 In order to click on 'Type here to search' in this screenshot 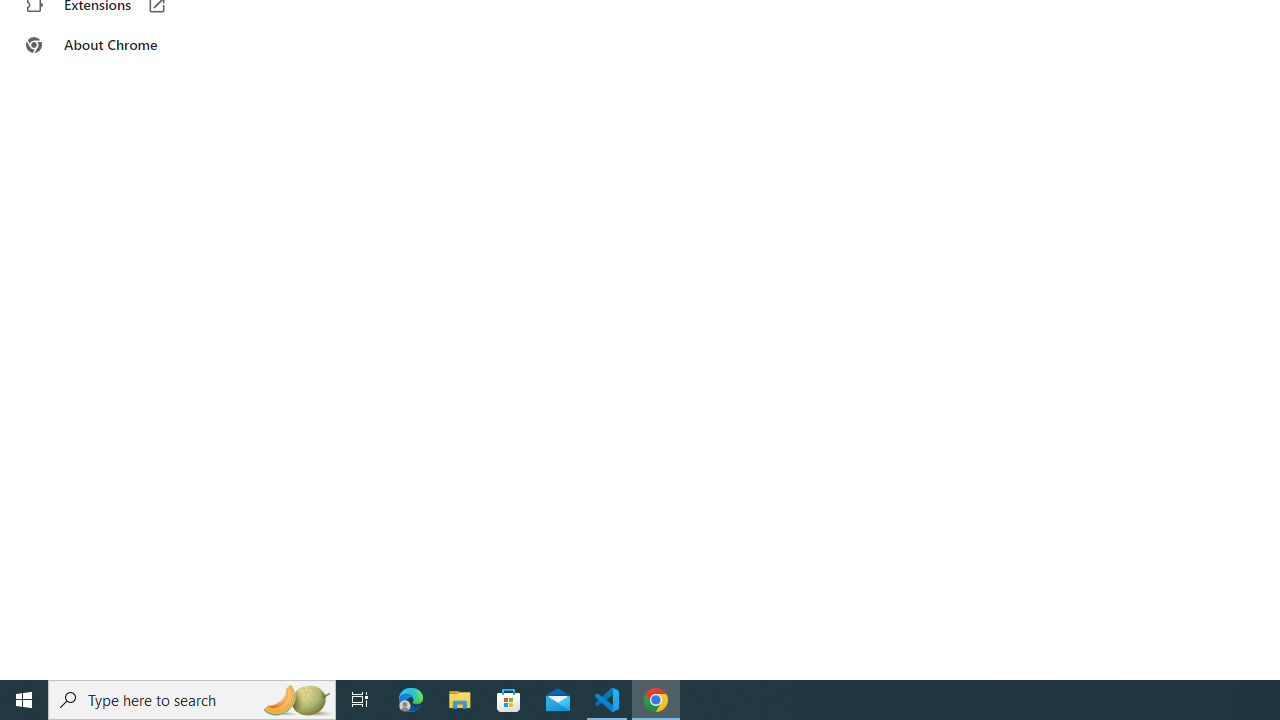, I will do `click(192, 698)`.